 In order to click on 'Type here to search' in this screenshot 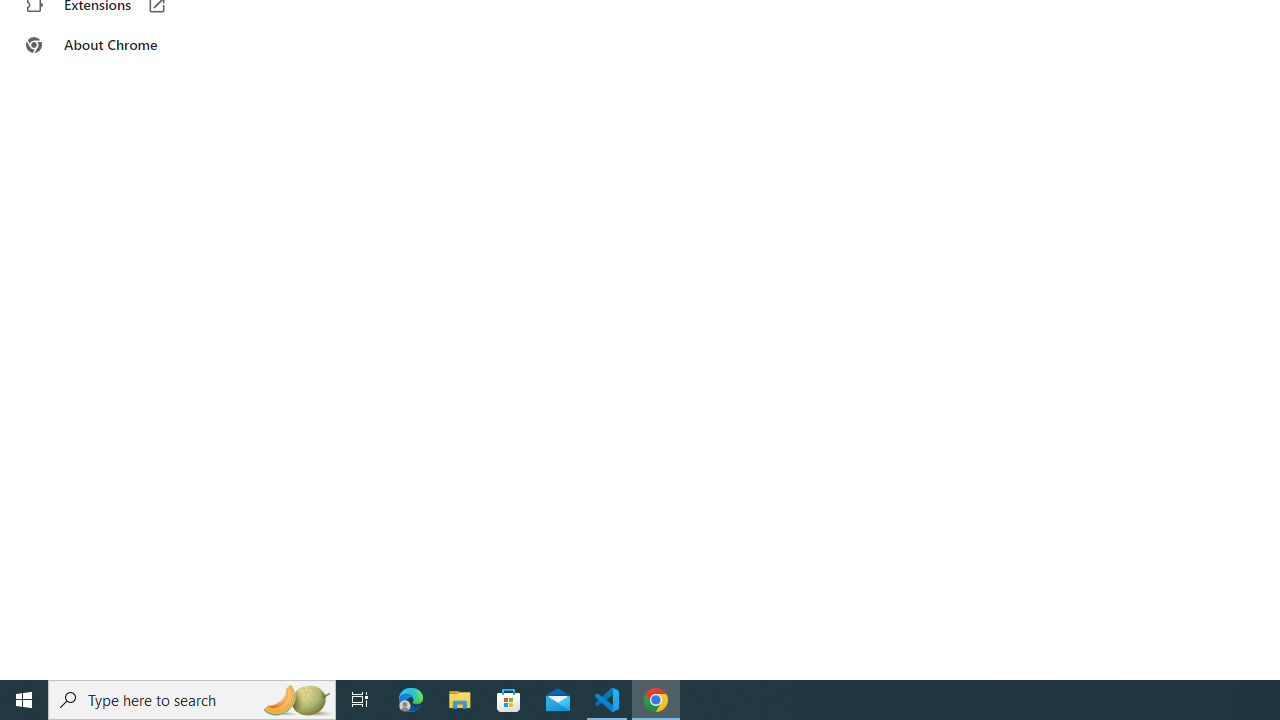, I will do `click(192, 698)`.